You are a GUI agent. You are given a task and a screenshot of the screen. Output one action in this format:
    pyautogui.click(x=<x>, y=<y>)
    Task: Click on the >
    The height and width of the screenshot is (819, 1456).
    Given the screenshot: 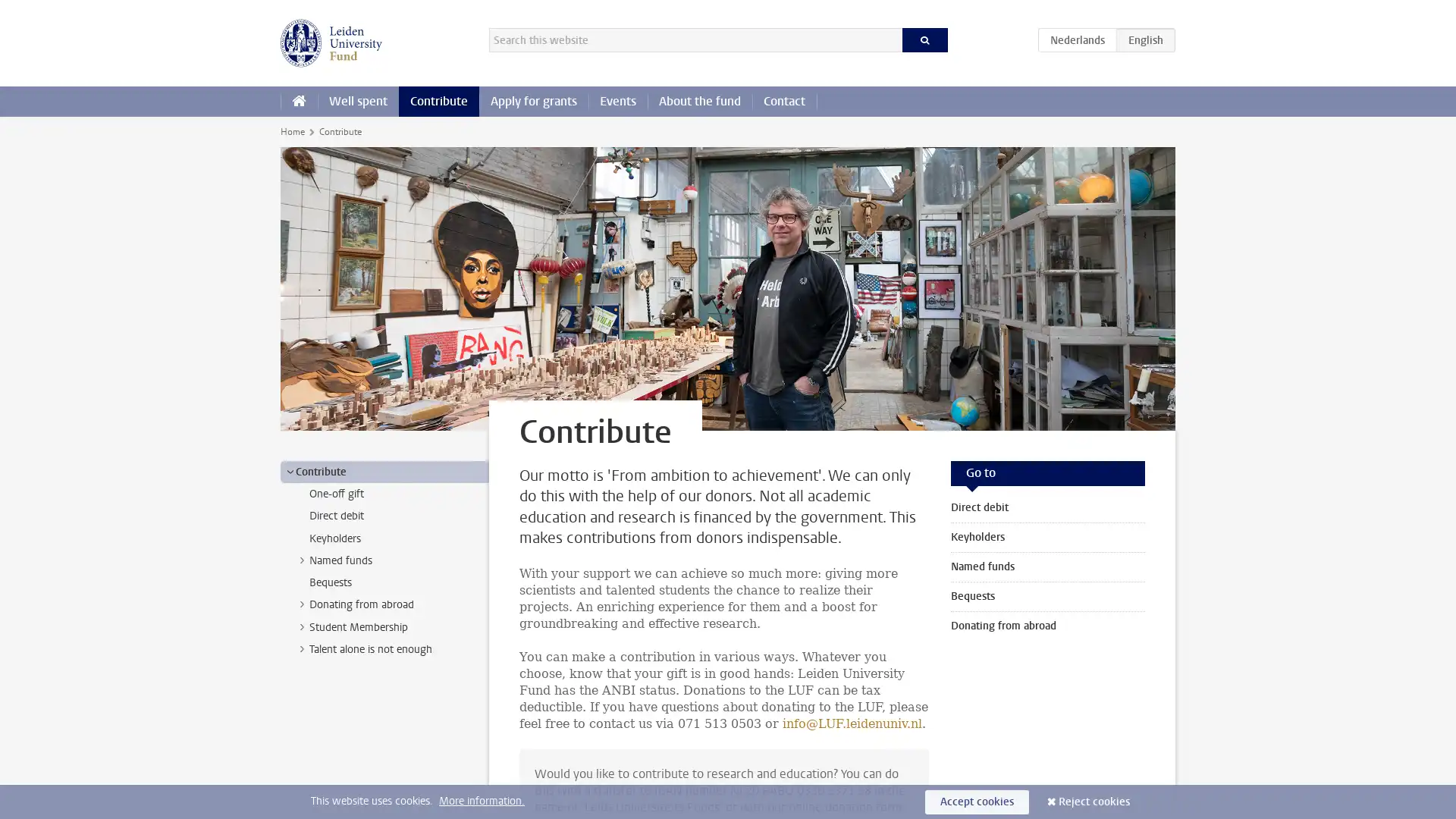 What is the action you would take?
    pyautogui.click(x=290, y=470)
    